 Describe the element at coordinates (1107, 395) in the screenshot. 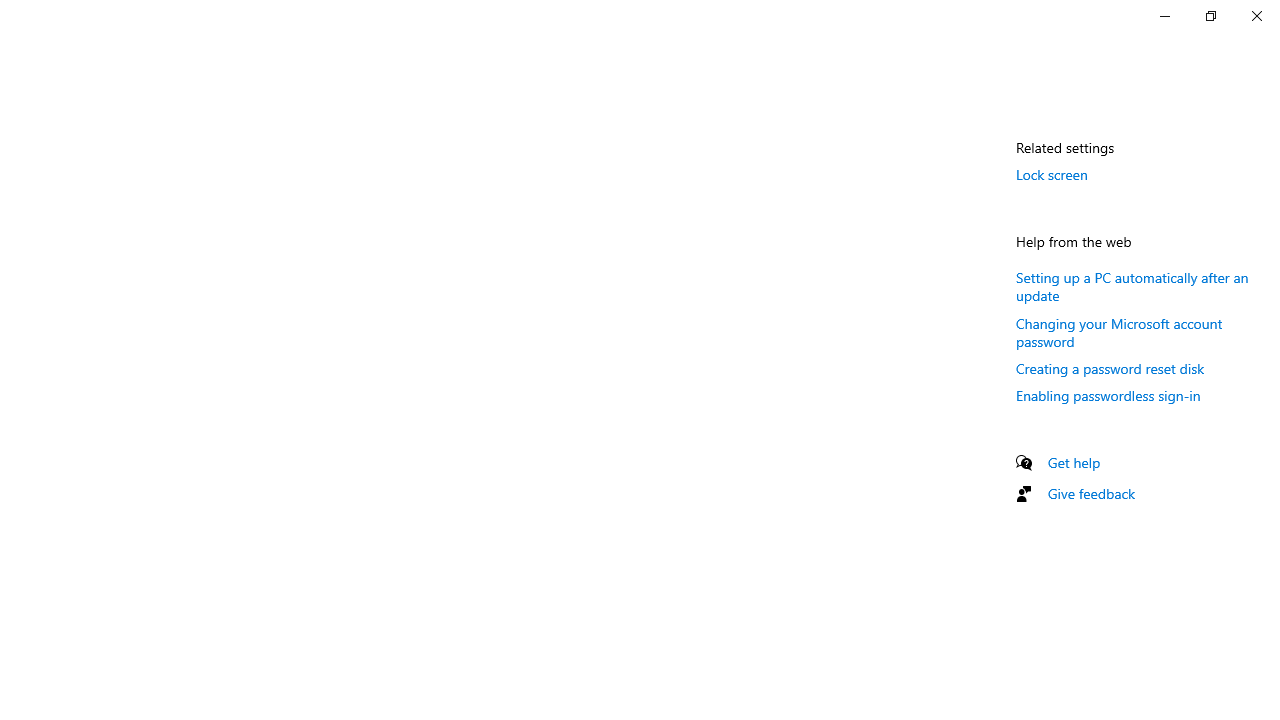

I see `'Enabling passwordless sign-in'` at that location.